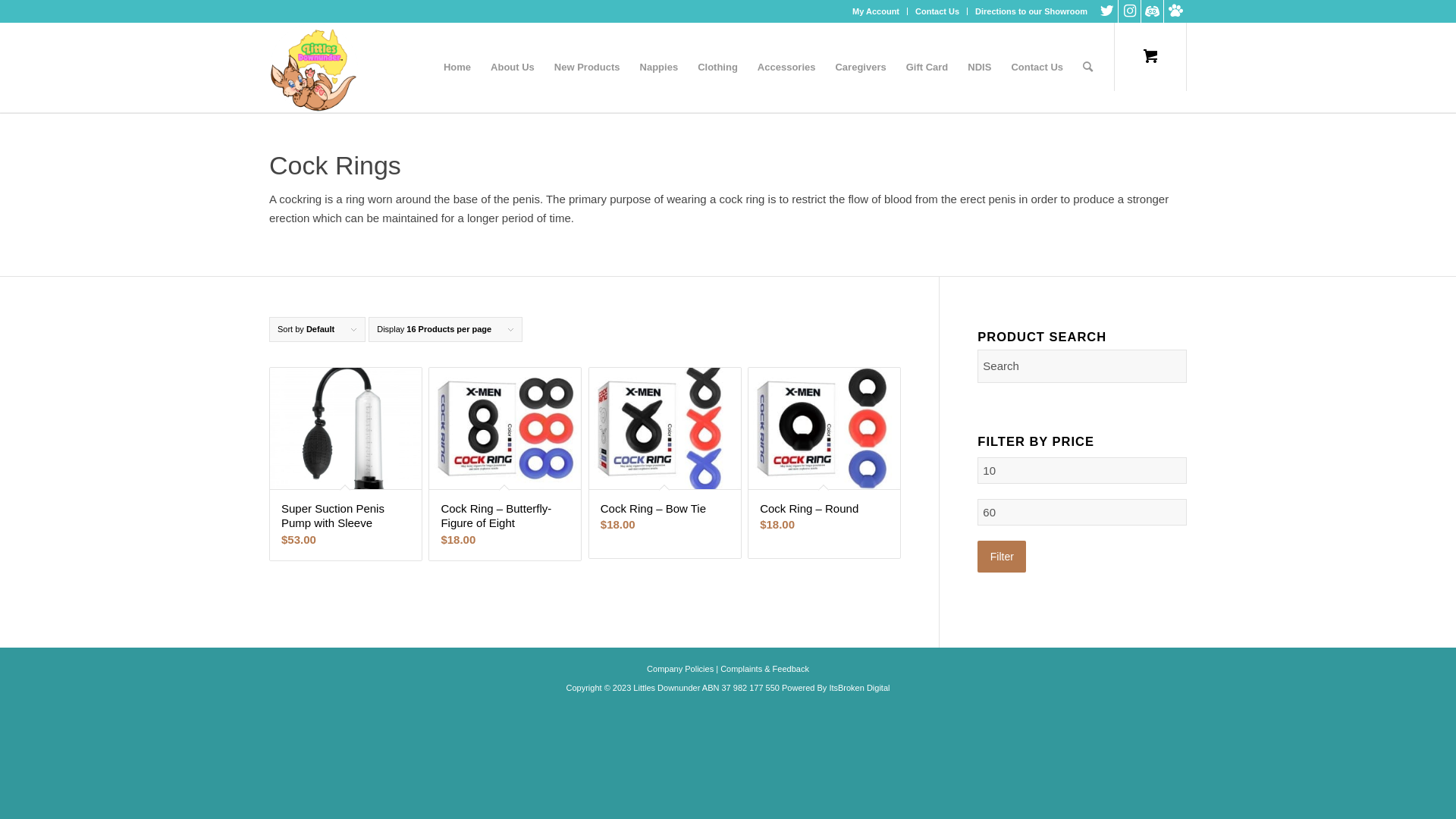 The image size is (1456, 819). What do you see at coordinates (717, 66) in the screenshot?
I see `'Clothing'` at bounding box center [717, 66].